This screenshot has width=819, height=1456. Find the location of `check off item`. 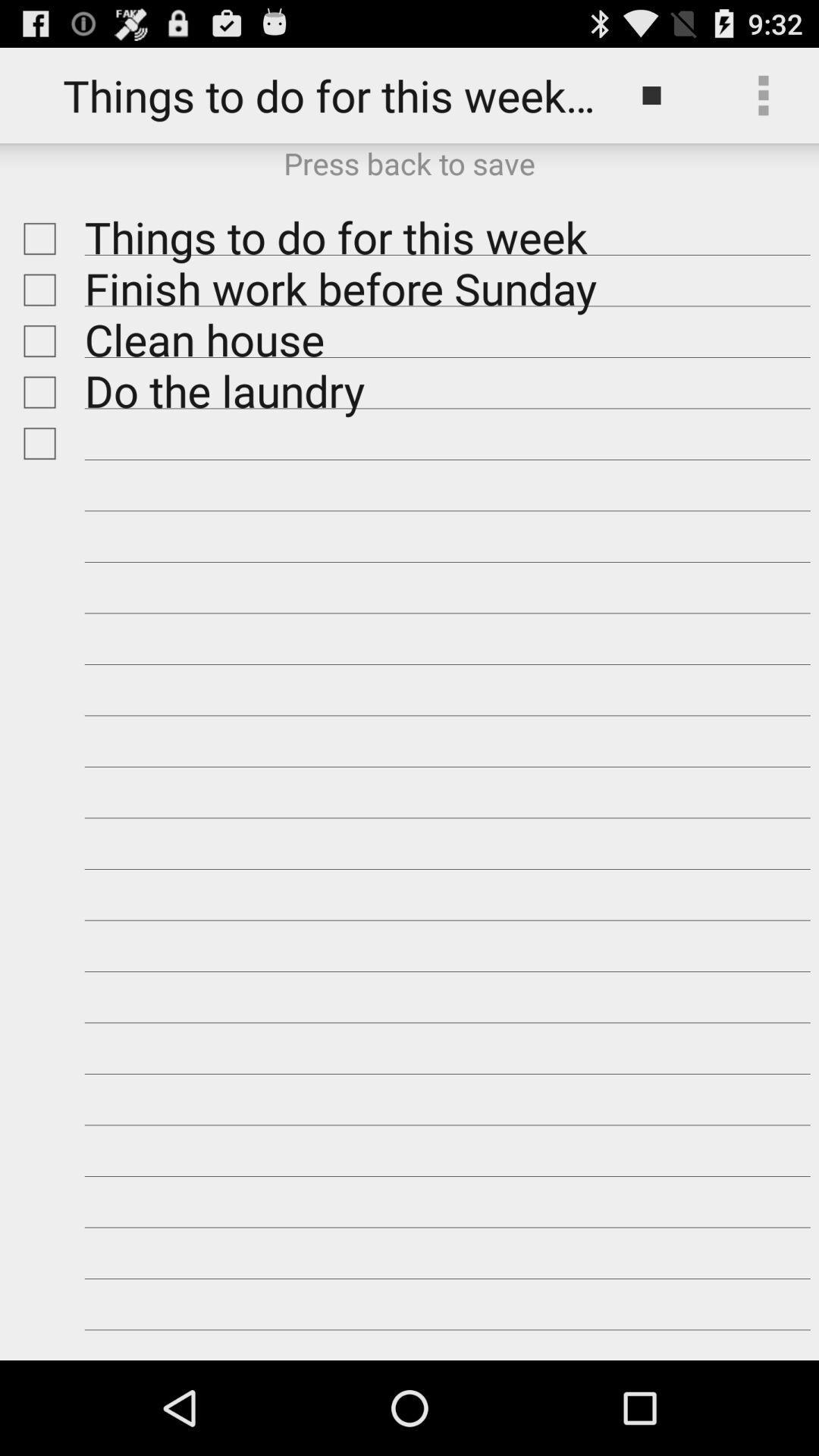

check off item is located at coordinates (35, 340).